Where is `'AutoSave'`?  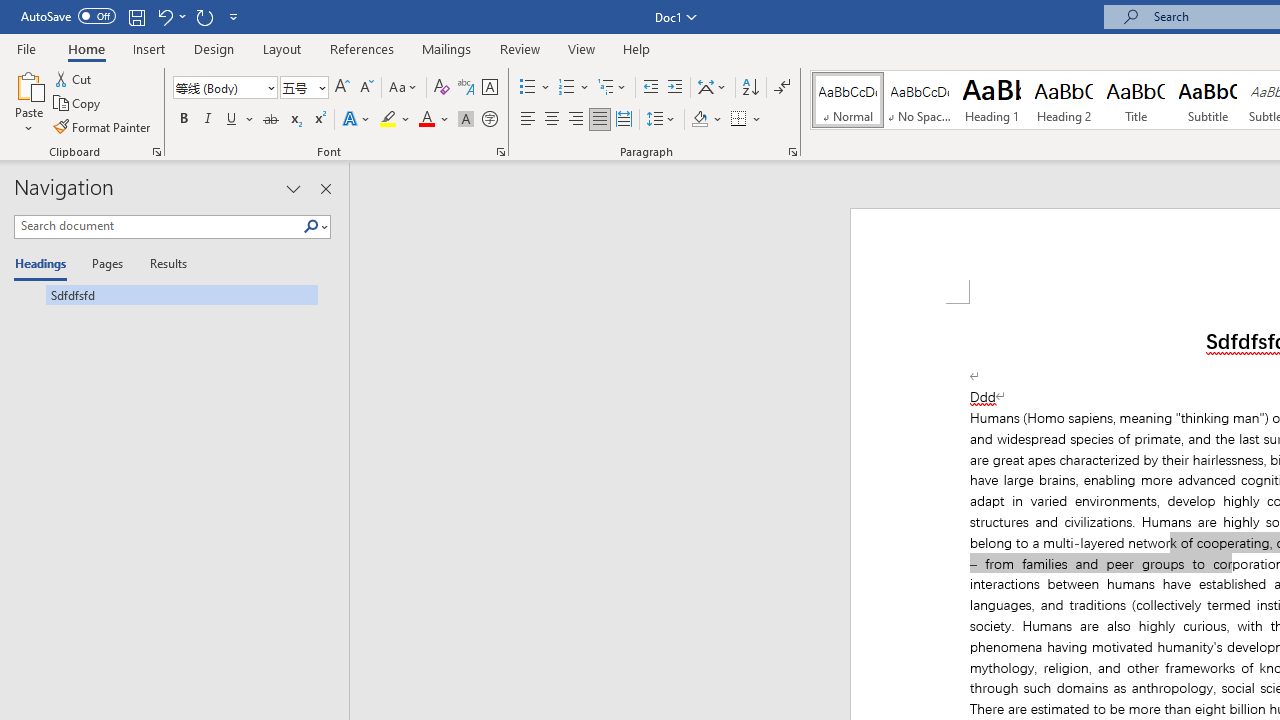
'AutoSave' is located at coordinates (68, 16).